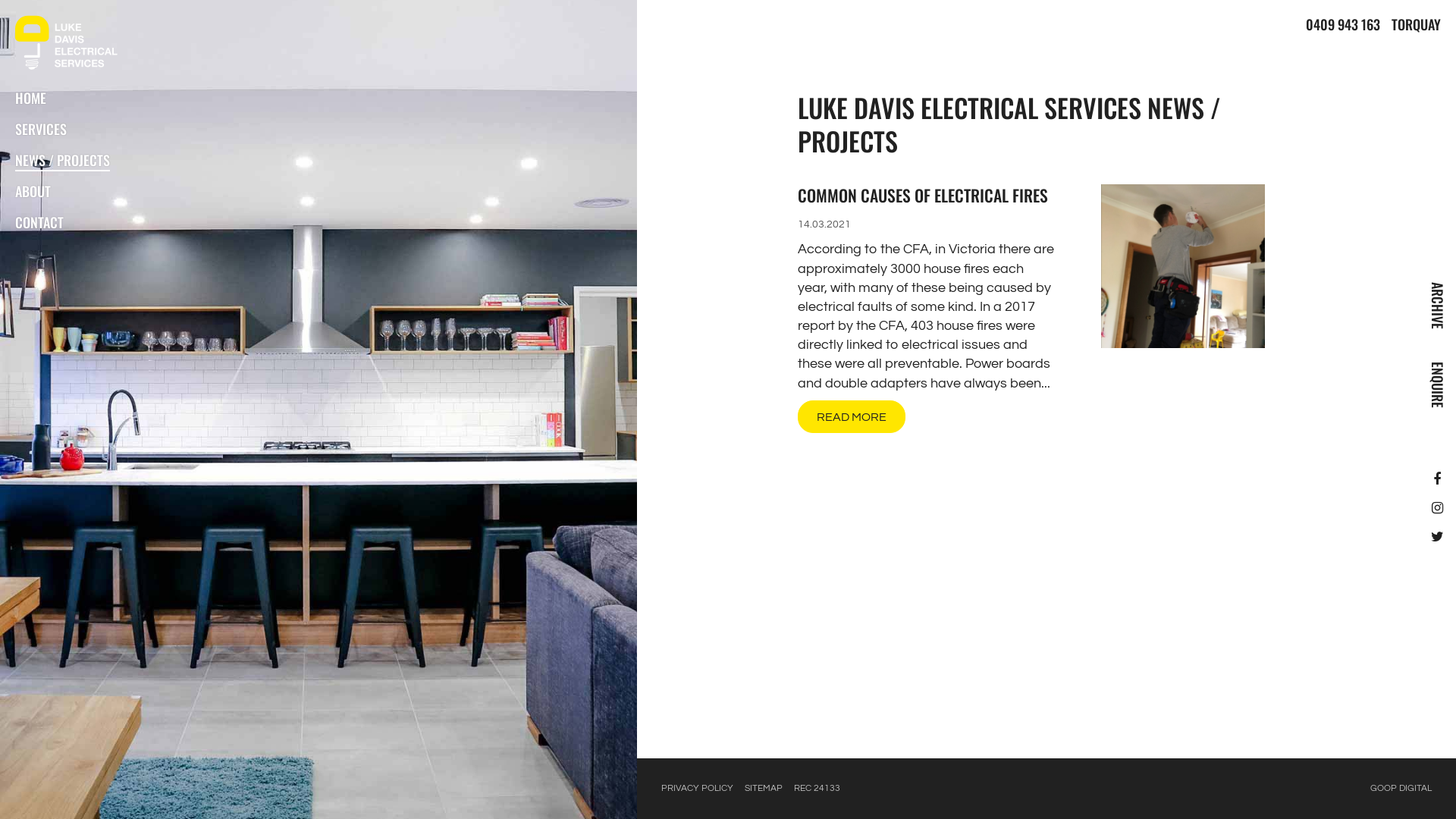 The image size is (1456, 819). I want to click on 'COMMON CAUSES OF ELECTRICAL FIRES', so click(922, 194).